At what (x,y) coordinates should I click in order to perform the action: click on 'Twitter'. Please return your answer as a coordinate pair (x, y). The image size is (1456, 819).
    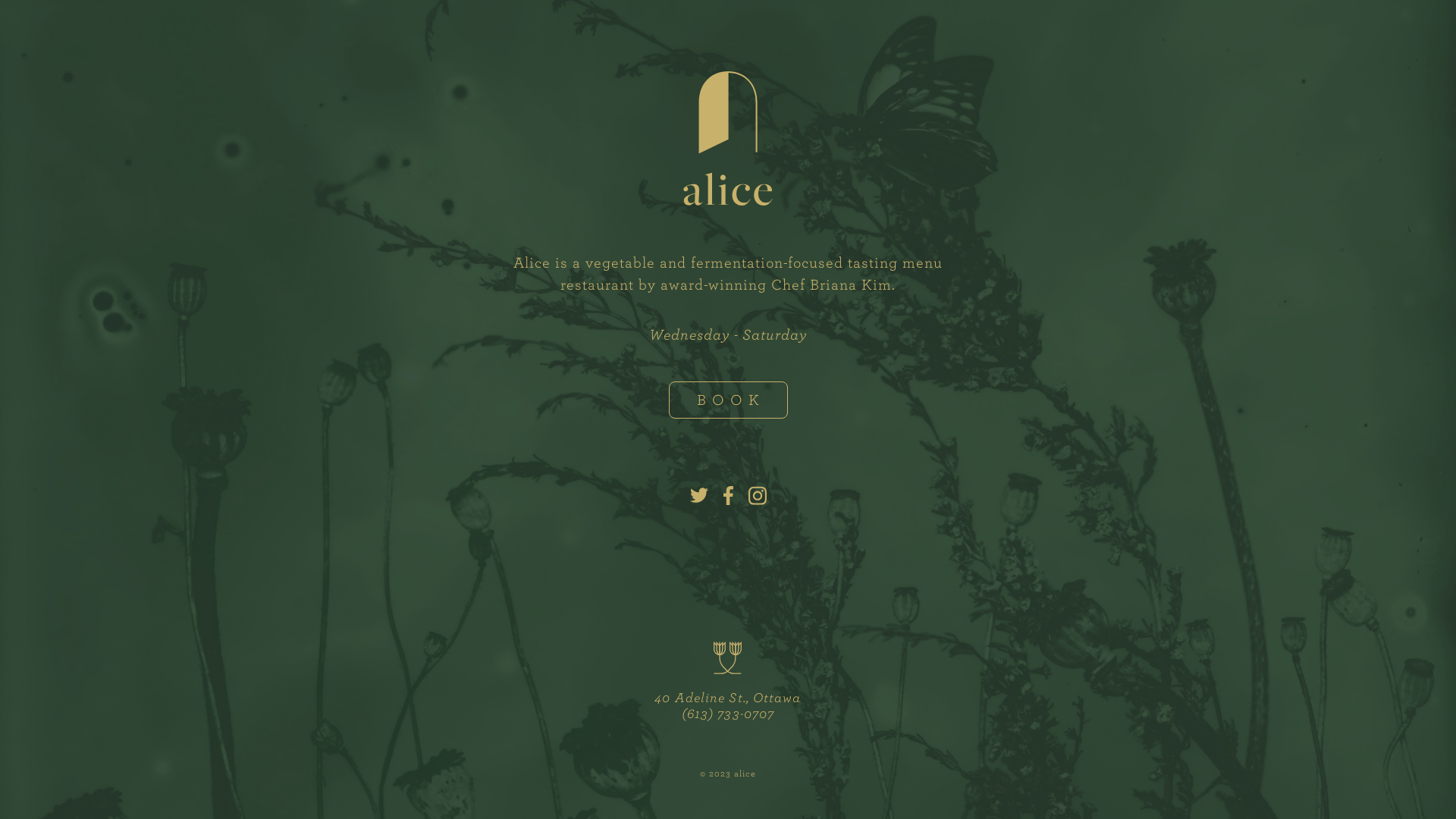
    Looking at the image, I should click on (698, 497).